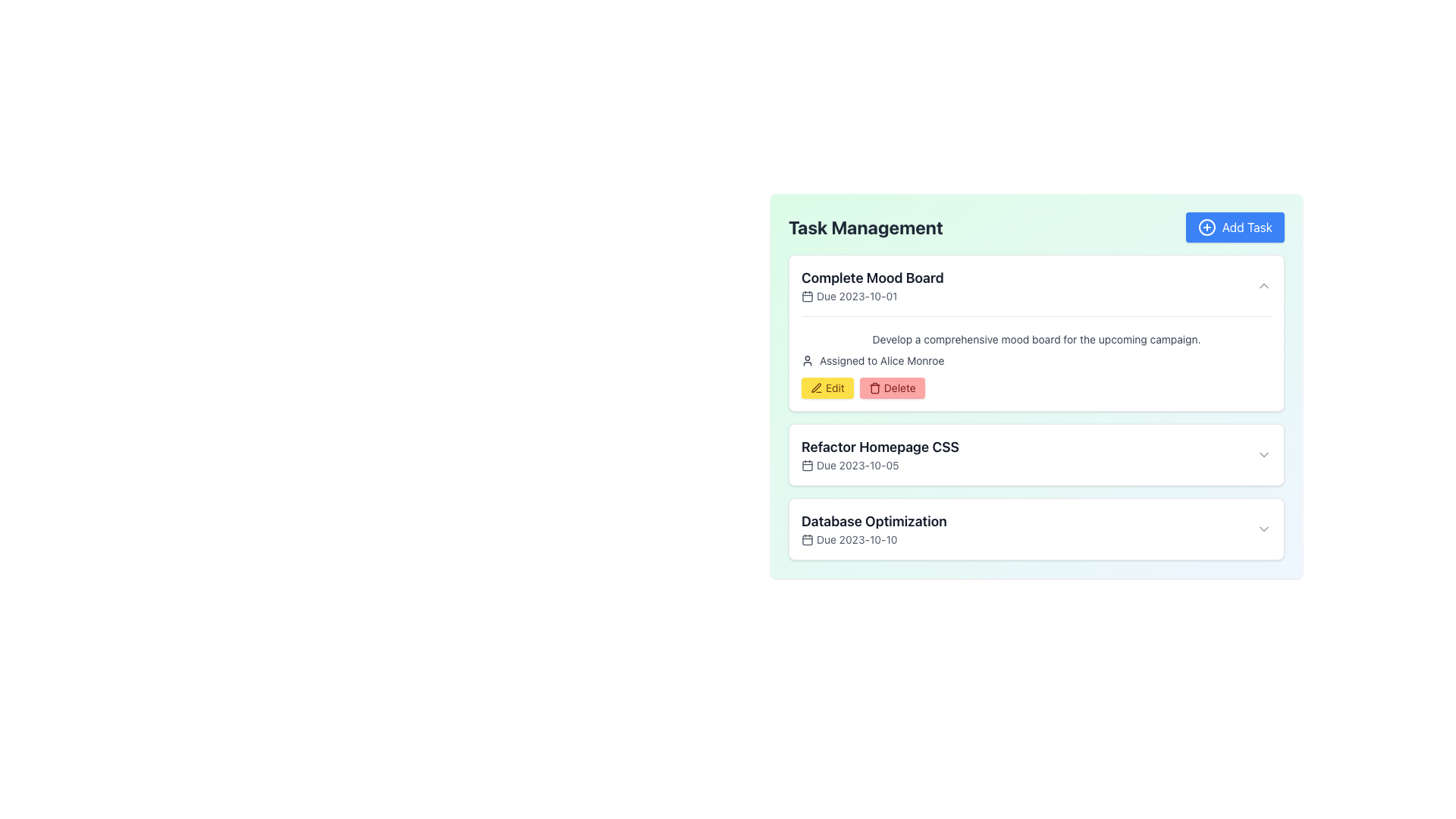  I want to click on the blue rounded button labeled 'Add Task' in the top-right corner of the 'Task Management' section, so click(1235, 227).